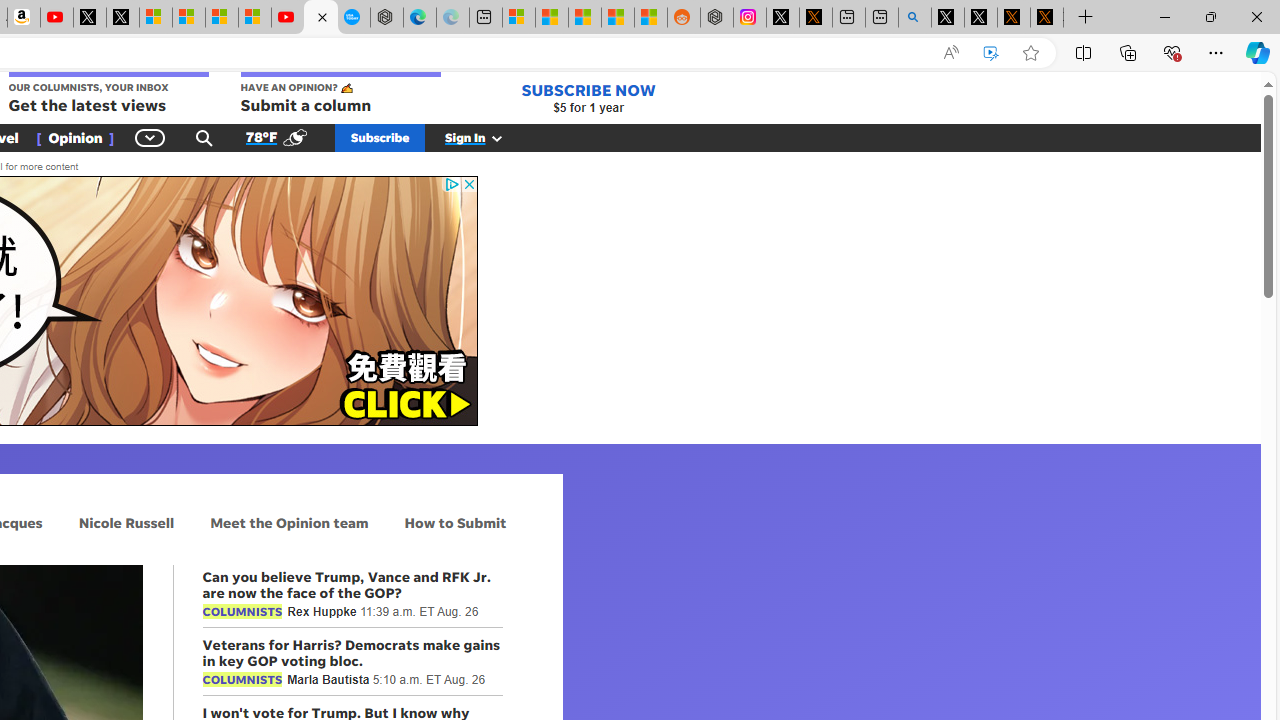 Image resolution: width=1280 pixels, height=720 pixels. I want to click on 'Class: gnt_n_se_a_svg', so click(204, 136).